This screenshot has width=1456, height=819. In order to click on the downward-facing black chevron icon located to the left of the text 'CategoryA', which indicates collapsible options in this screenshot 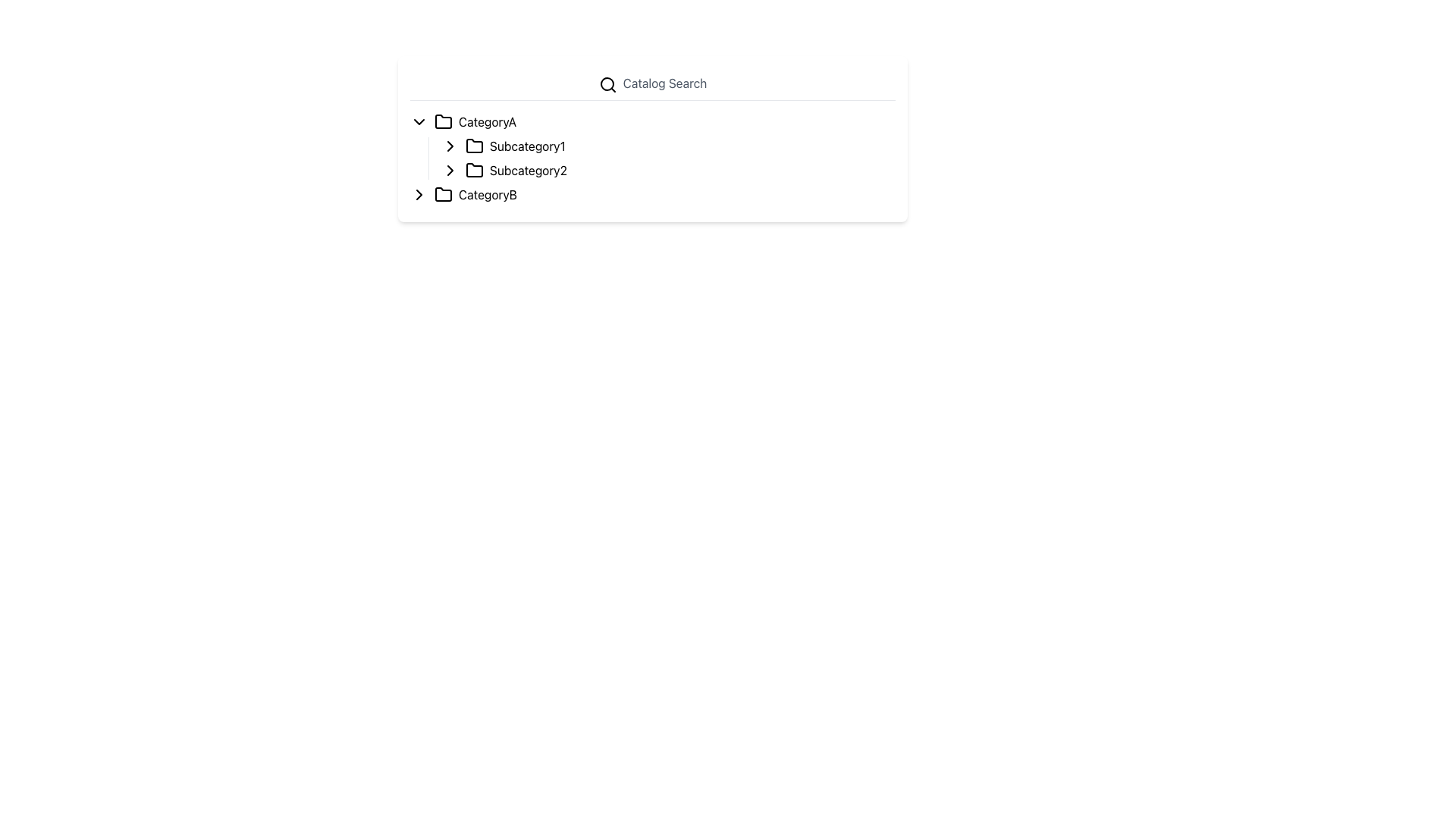, I will do `click(419, 120)`.